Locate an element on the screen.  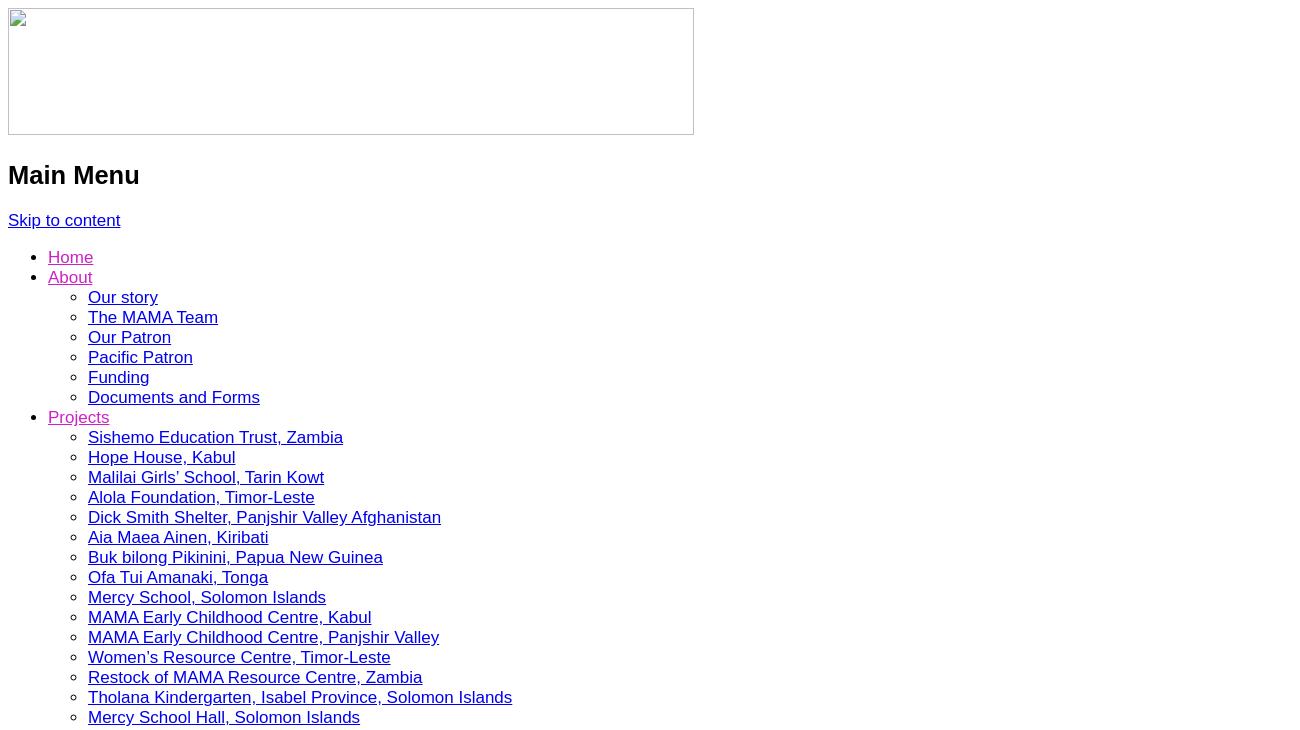
'Funding' is located at coordinates (88, 376).